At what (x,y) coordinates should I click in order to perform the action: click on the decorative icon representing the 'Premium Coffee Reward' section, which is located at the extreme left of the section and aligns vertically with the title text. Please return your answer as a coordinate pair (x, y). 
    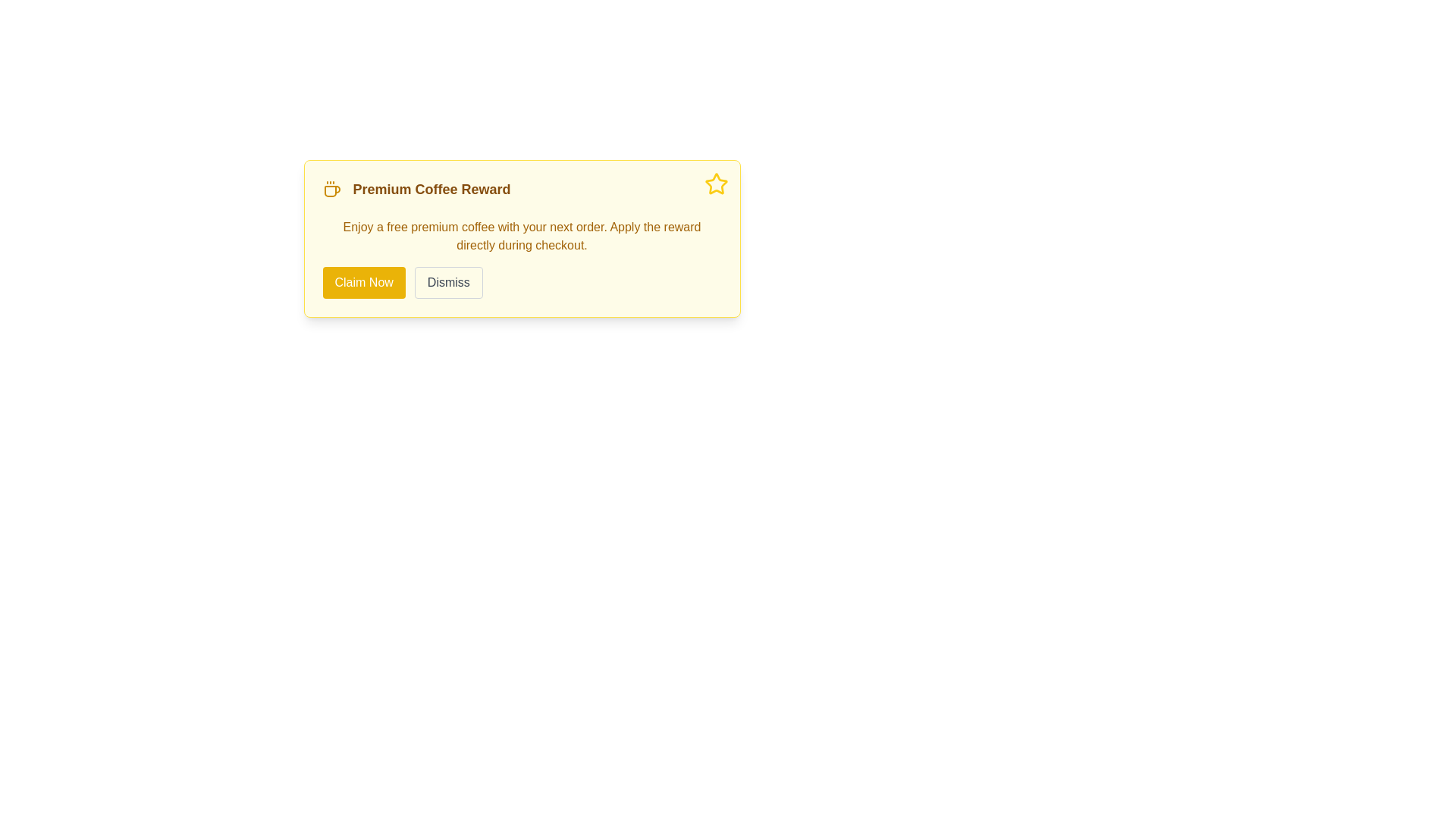
    Looking at the image, I should click on (331, 189).